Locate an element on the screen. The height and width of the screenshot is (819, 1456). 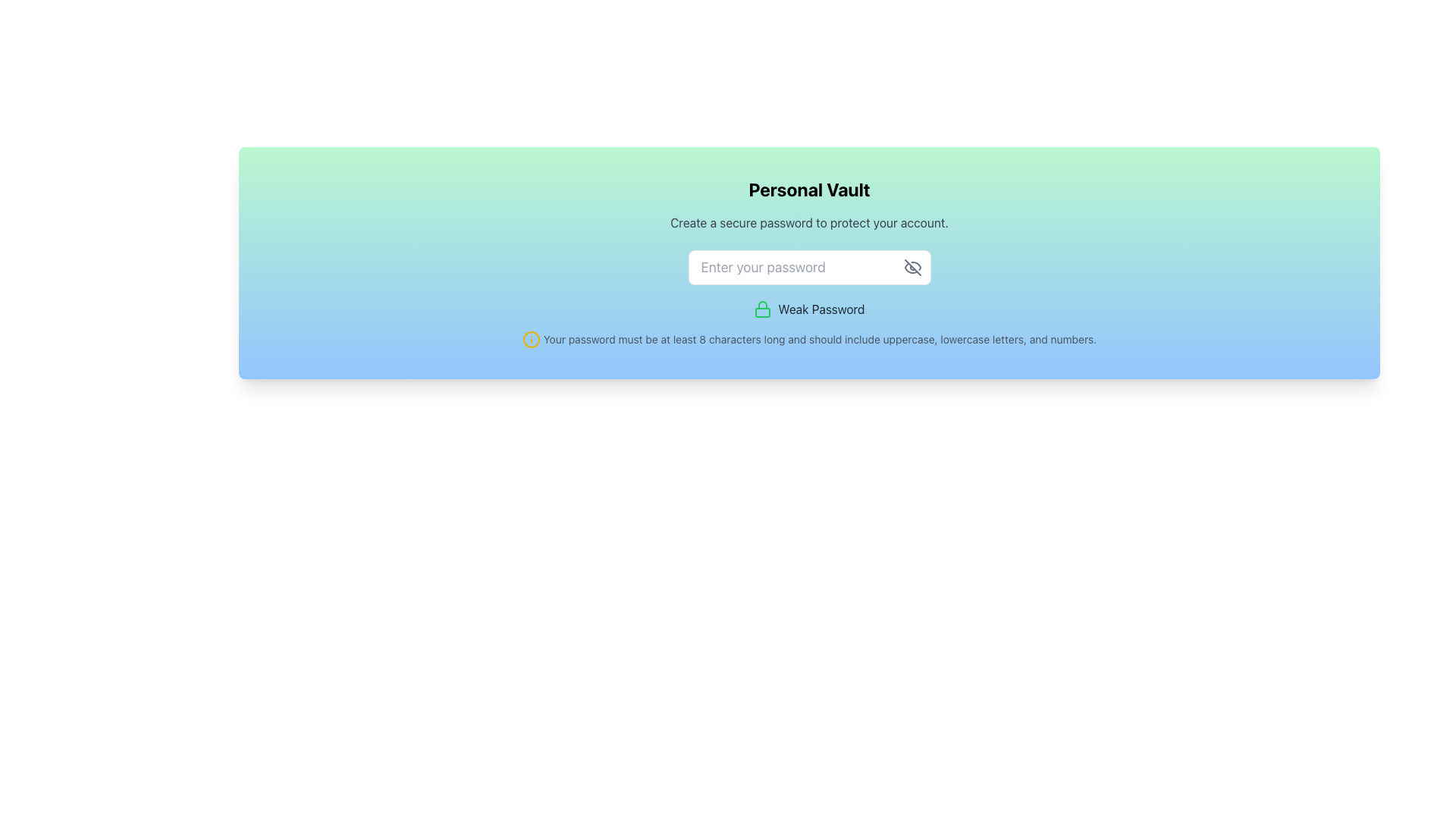
the text block displaying the warning message about password requirements, which is styled in a smaller gray font and accompanied by a yellow info icon is located at coordinates (808, 338).